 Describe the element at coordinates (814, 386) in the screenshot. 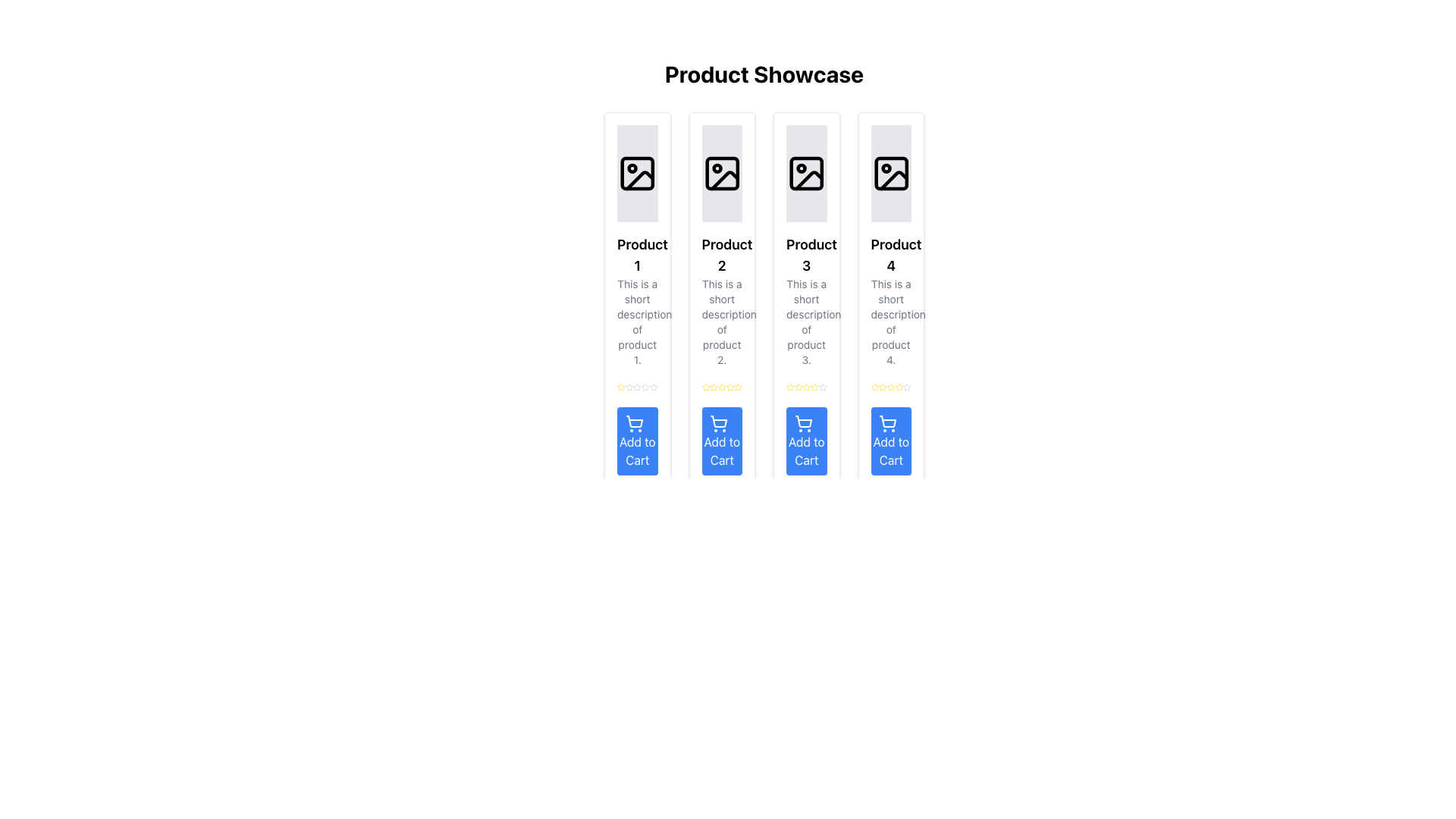

I see `the yellow star icon indicating a selected rating level for Product 3, which is the third star in a horizontal row of five stars beneath the product description` at that location.